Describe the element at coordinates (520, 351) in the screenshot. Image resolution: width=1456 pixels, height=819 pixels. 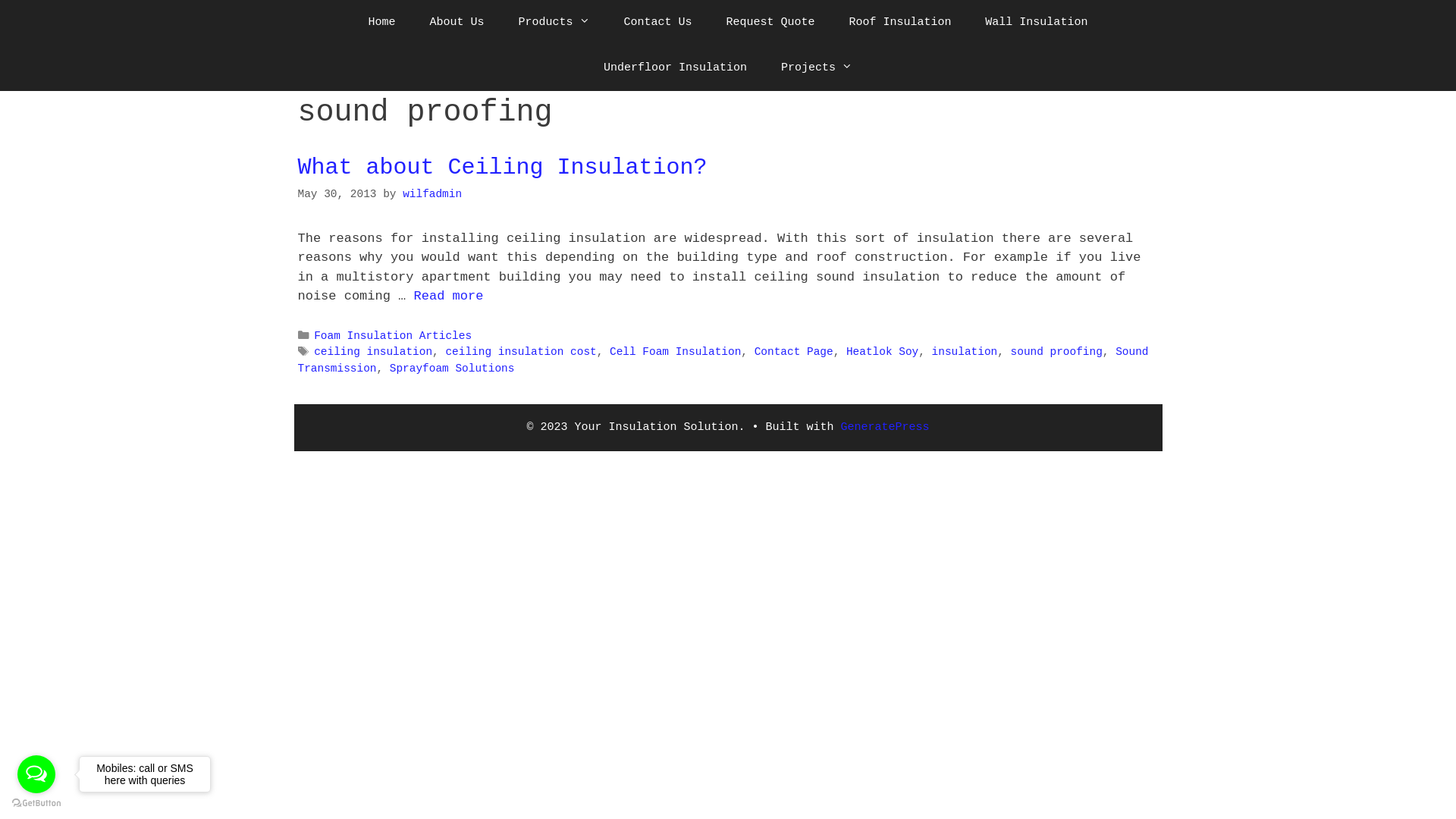
I see `'ceiling insulation cost'` at that location.